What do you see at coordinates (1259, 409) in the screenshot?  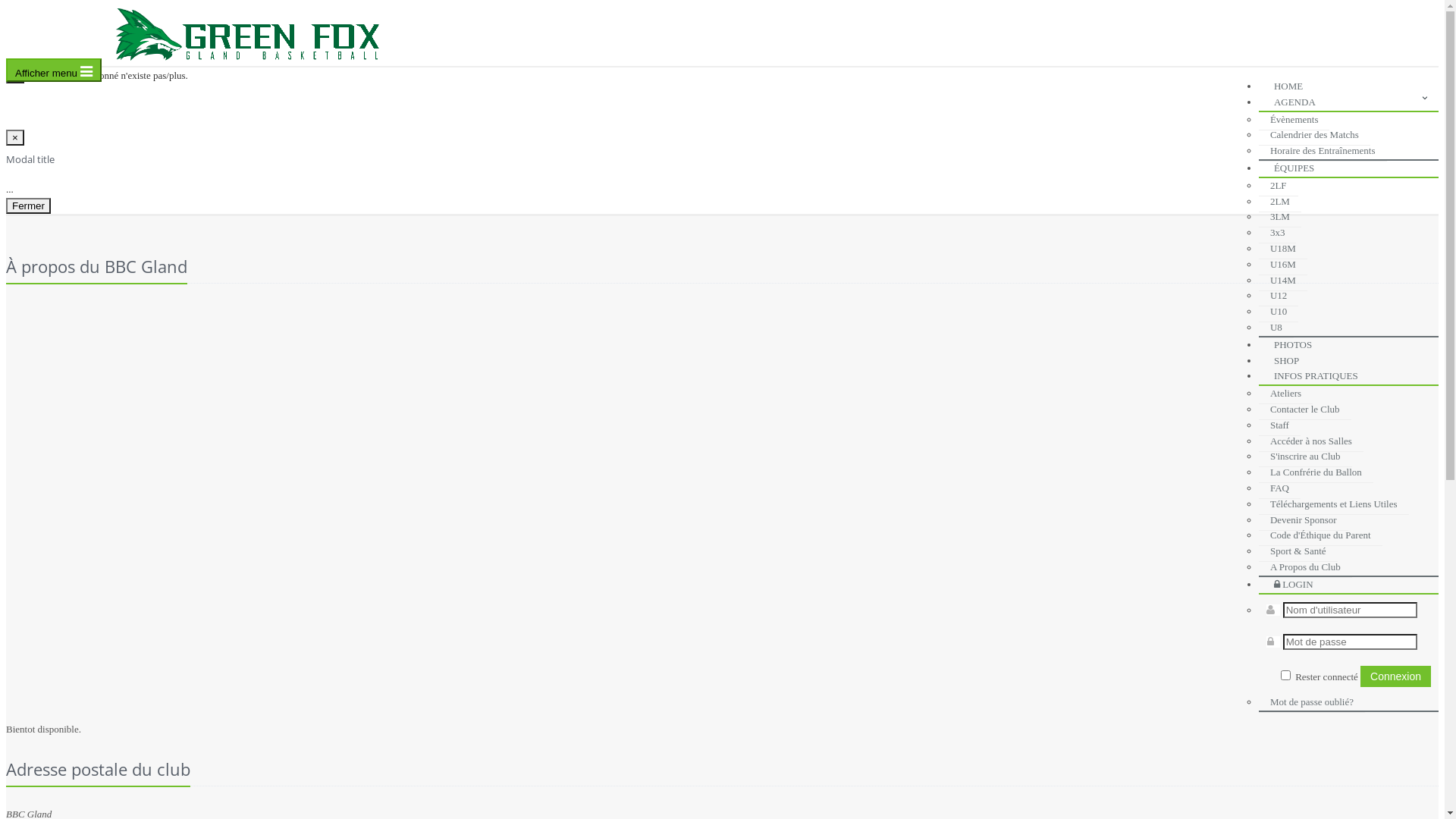 I see `'Contacter le Club'` at bounding box center [1259, 409].